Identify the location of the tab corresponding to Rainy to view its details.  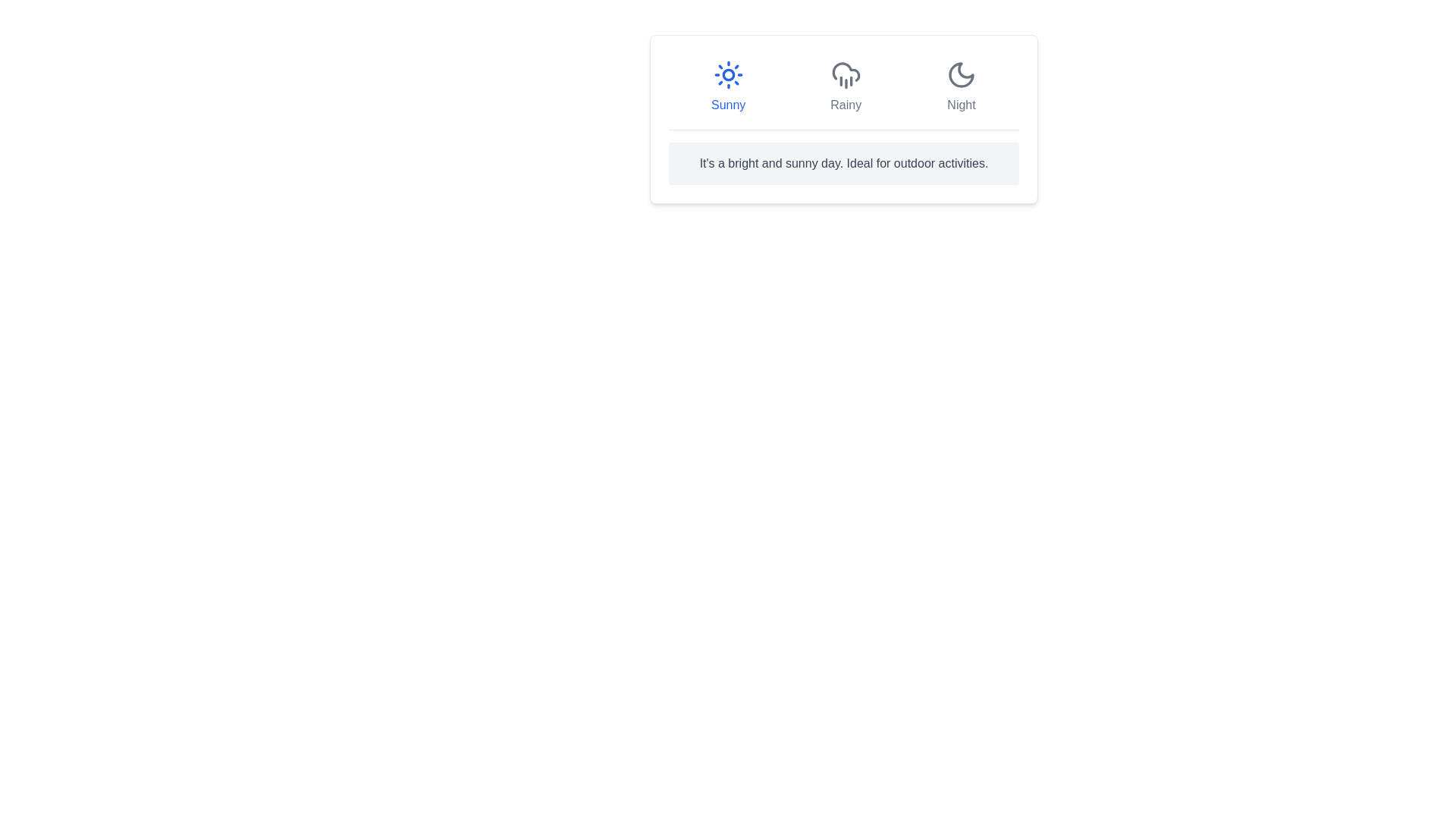
(845, 87).